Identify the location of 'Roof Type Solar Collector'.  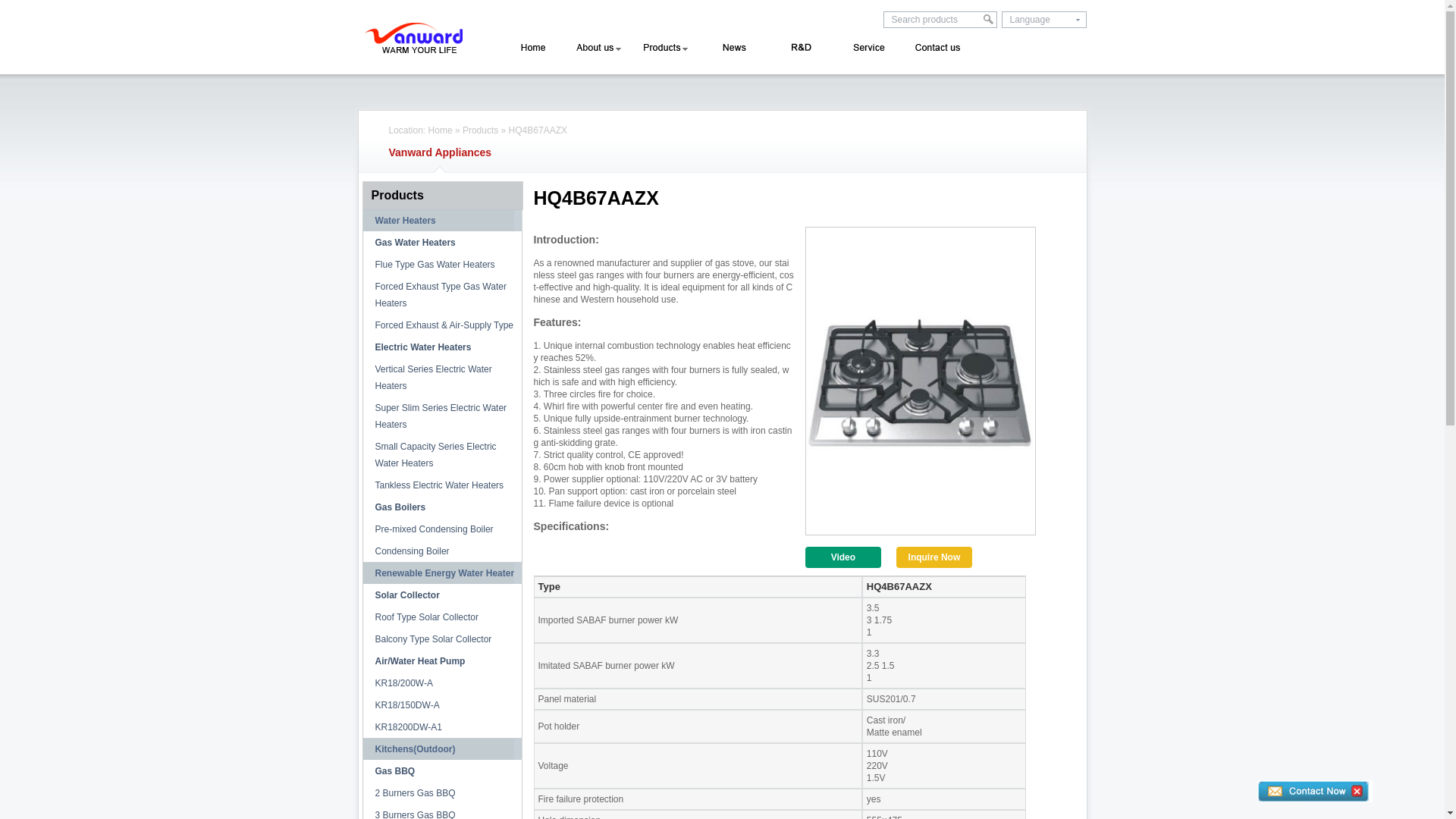
(362, 617).